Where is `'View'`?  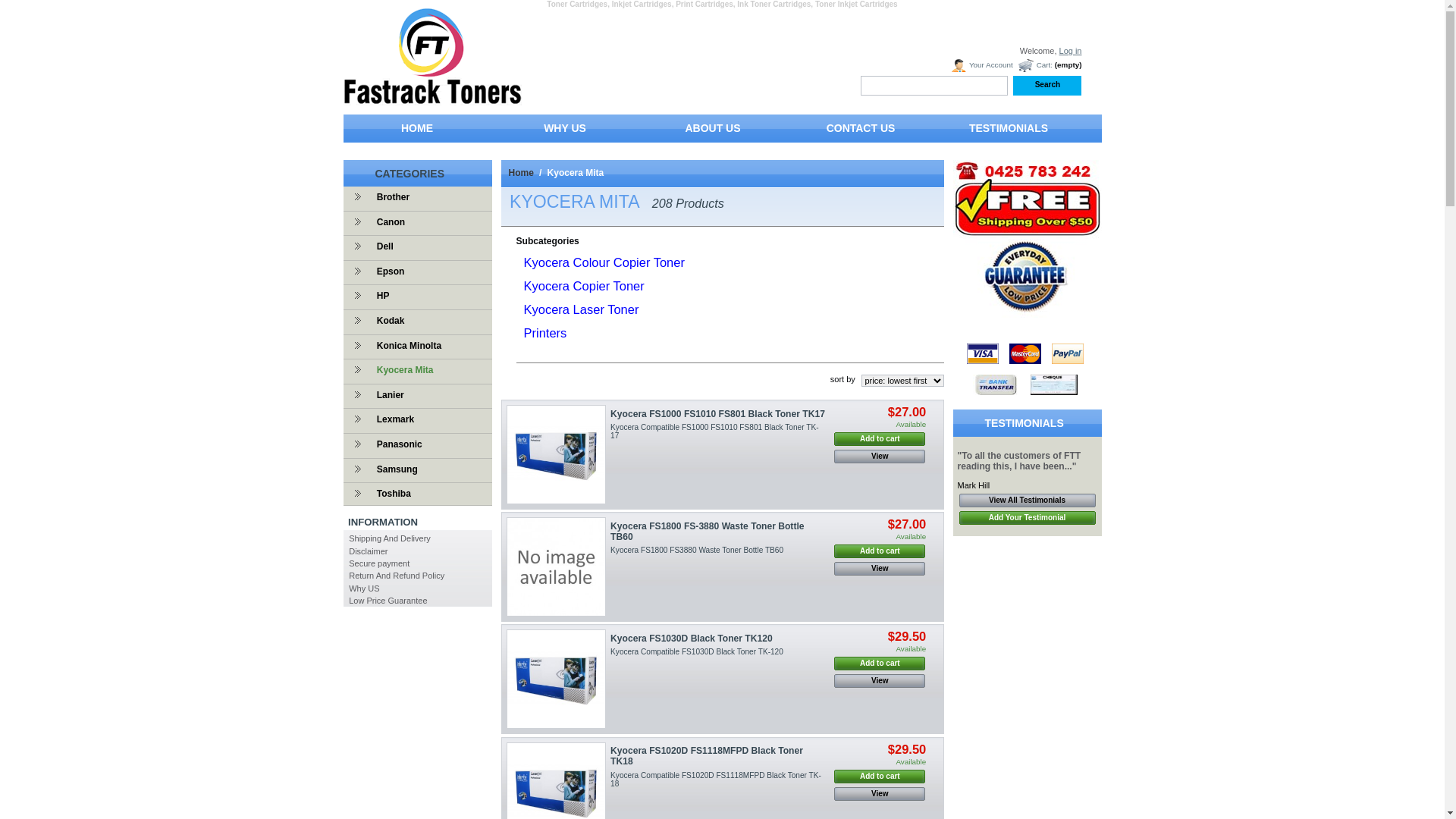 'View' is located at coordinates (880, 455).